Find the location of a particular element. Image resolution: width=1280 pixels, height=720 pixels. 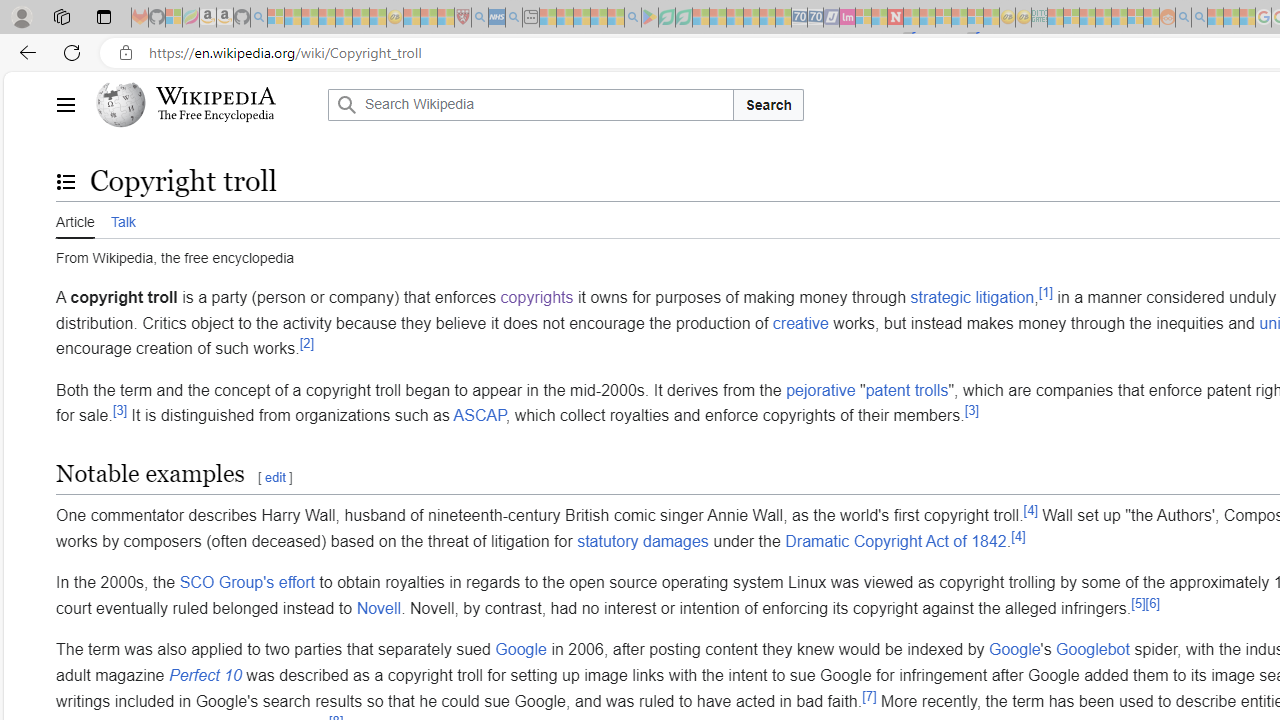

'Perfect 10' is located at coordinates (204, 675).